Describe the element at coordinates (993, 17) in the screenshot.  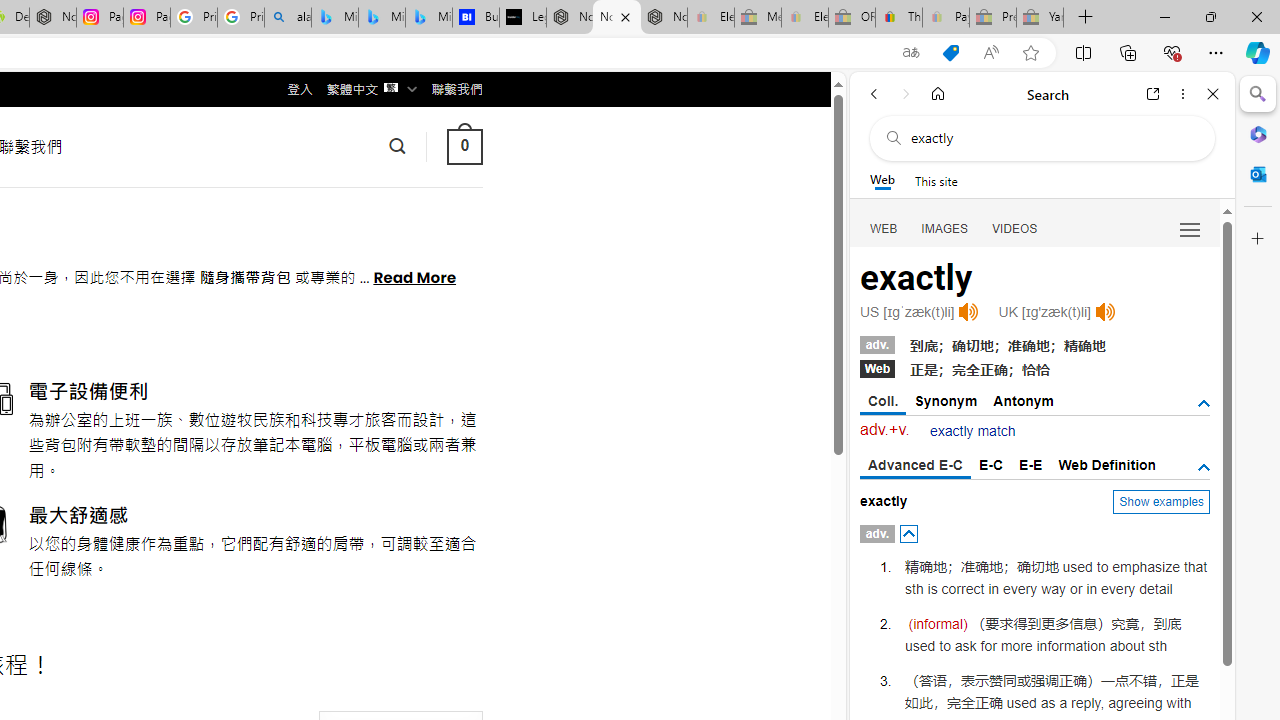
I see `'Press Room - eBay Inc. - Sleeping'` at that location.